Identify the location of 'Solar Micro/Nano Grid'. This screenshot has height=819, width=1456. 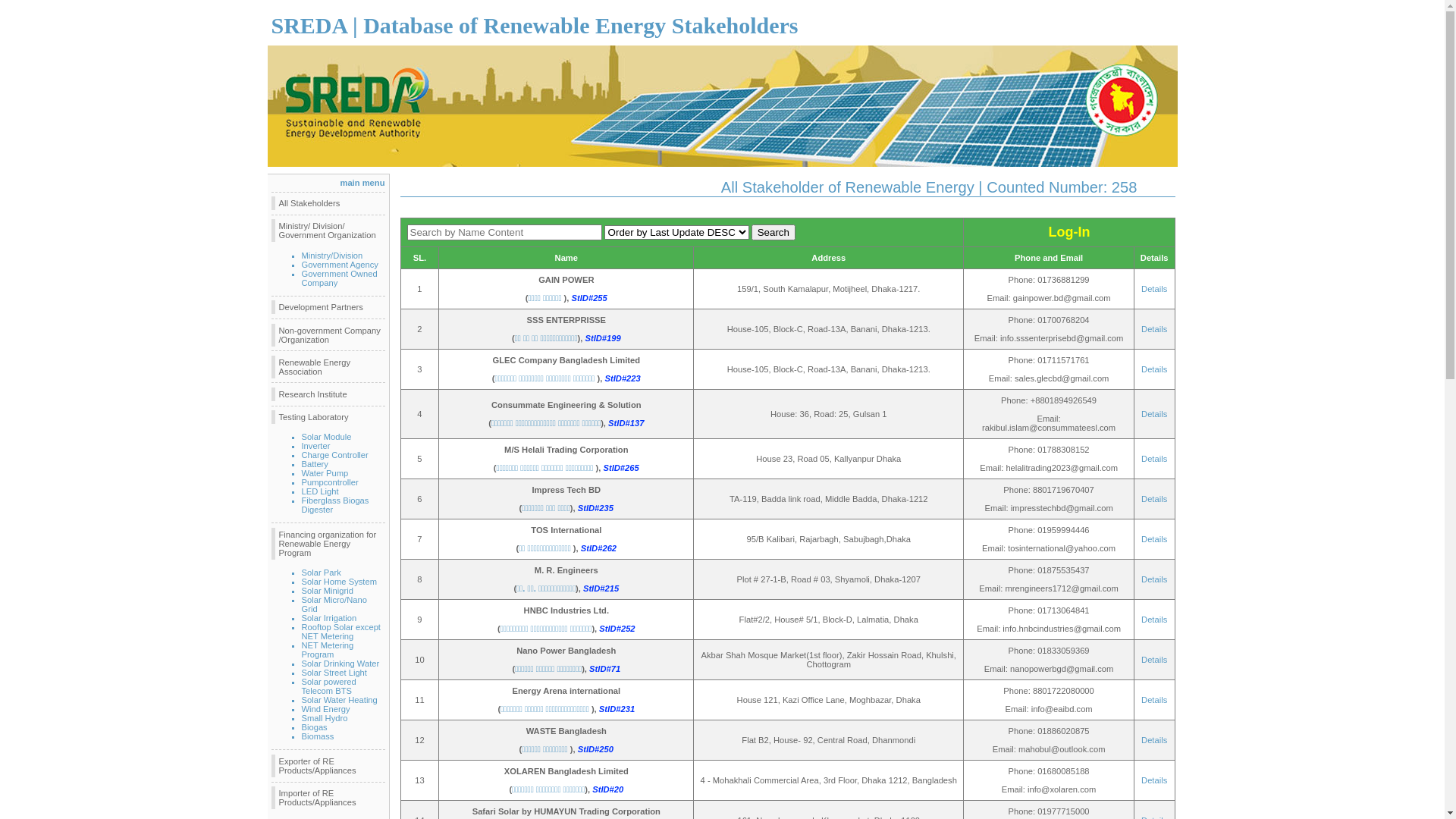
(334, 604).